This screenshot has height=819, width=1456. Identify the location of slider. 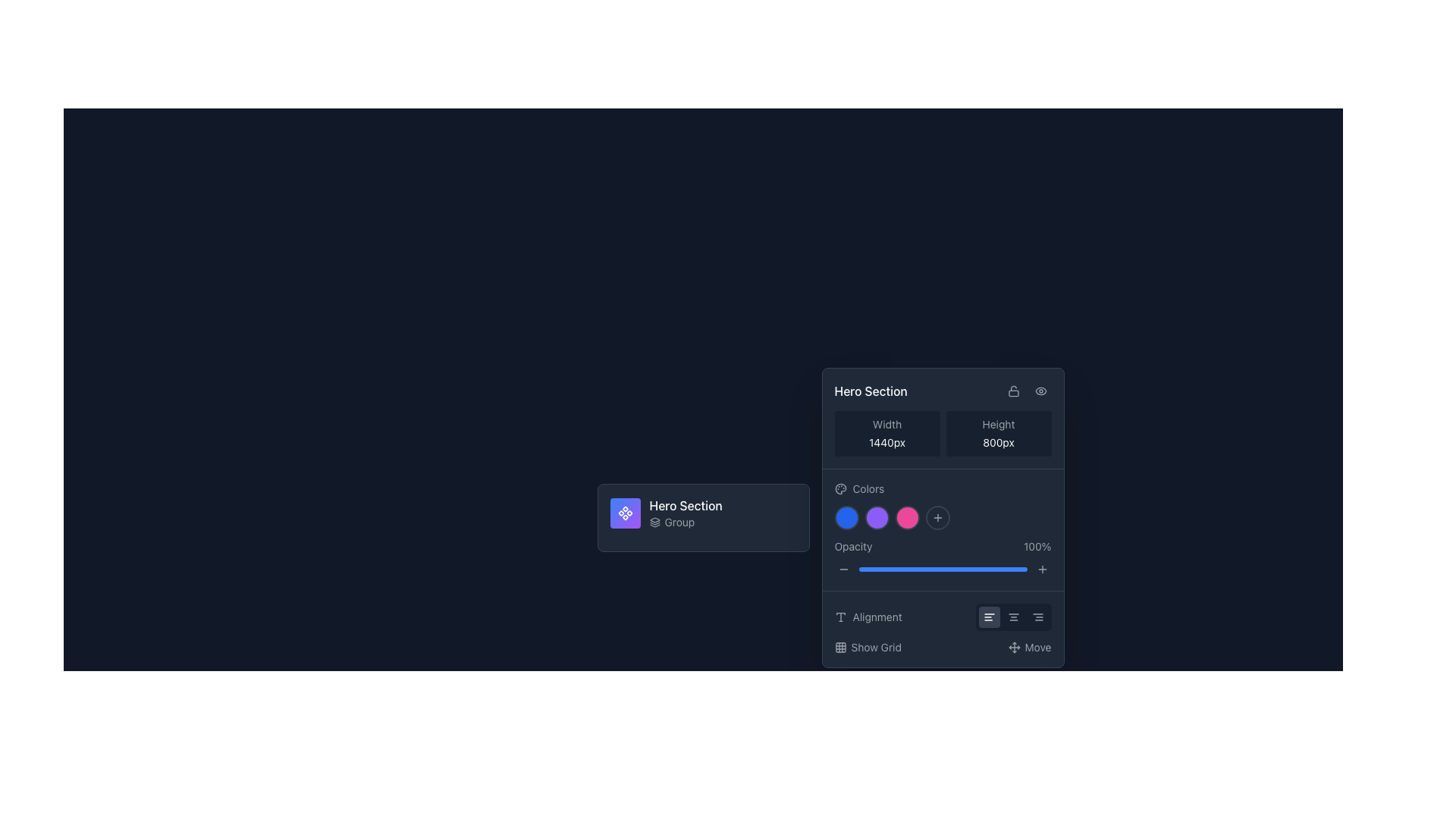
(964, 570).